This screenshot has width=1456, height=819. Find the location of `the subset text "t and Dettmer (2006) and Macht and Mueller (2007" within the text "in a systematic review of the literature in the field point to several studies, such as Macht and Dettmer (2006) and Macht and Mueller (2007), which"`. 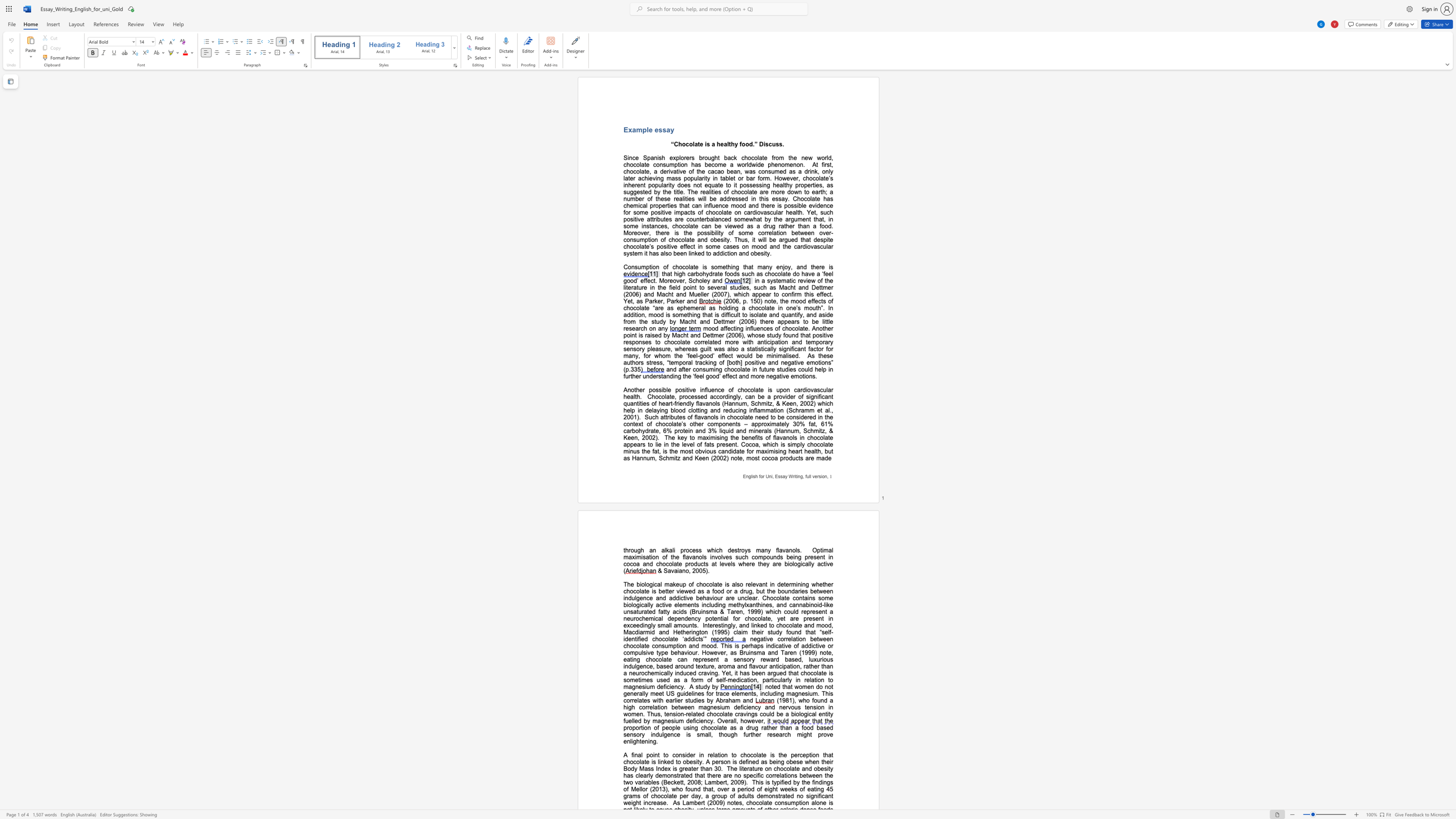

the subset text "t and Dettmer (2006) and Macht and Mueller (2007" within the text "in a systematic review of the literature in the field point to several studies, such as Macht and Dettmer (2006) and Macht and Mueller (2007), which" is located at coordinates (794, 287).